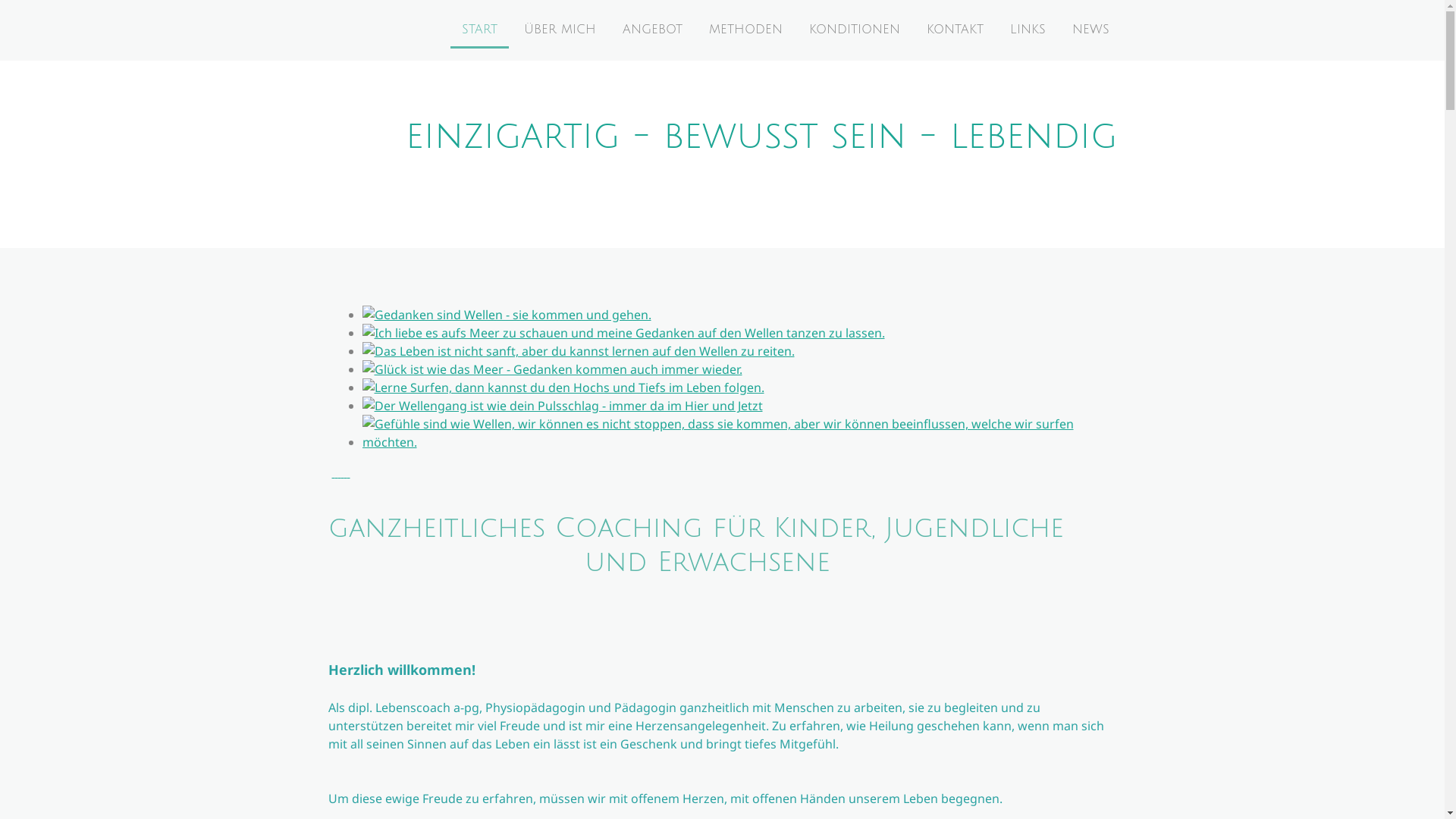 The height and width of the screenshot is (819, 1456). I want to click on 'START', so click(450, 30).